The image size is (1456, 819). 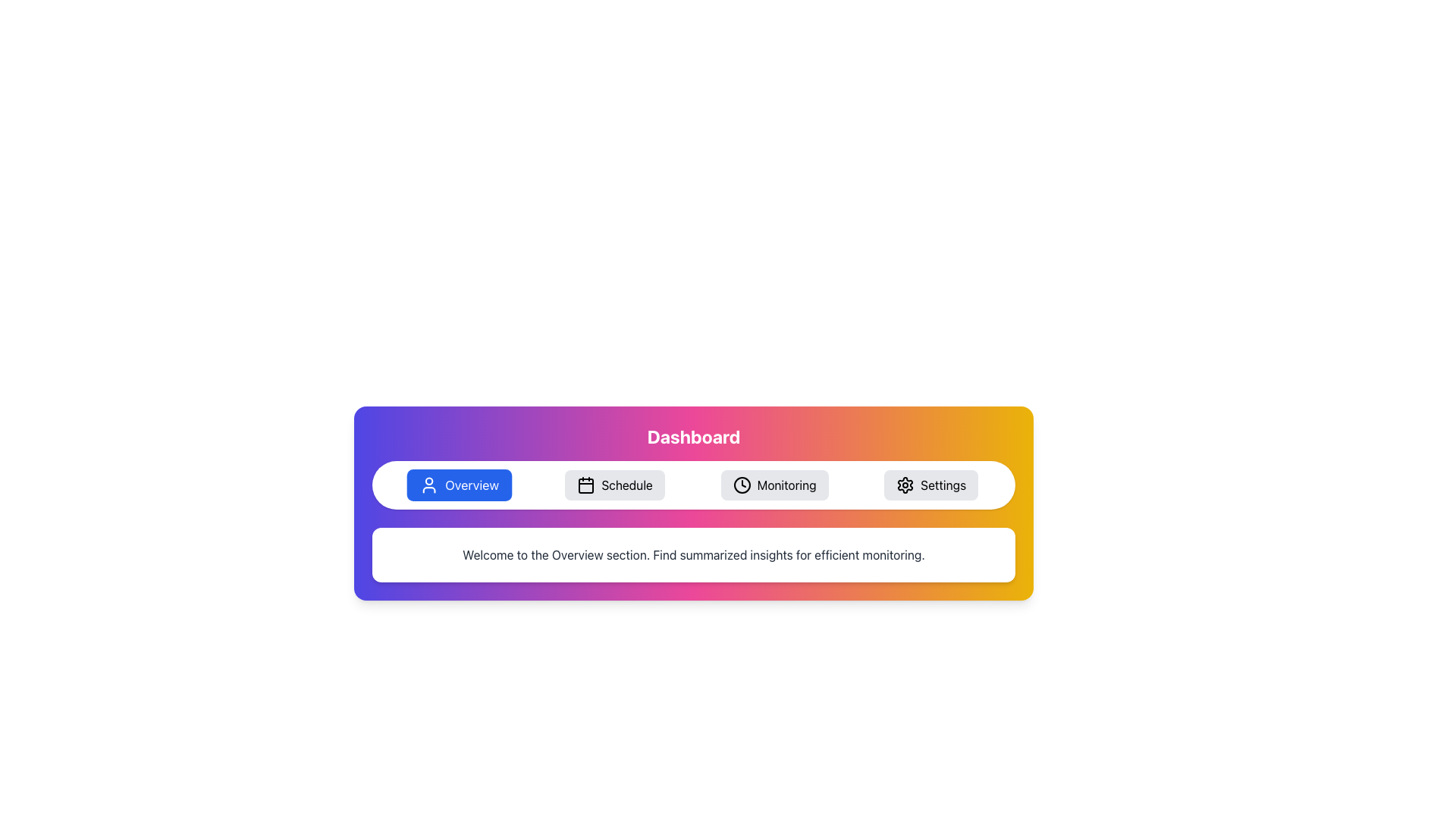 I want to click on the 'Monitoring' button, which contains an SVG icon to the left of the text 'Monitoring', so click(x=742, y=485).